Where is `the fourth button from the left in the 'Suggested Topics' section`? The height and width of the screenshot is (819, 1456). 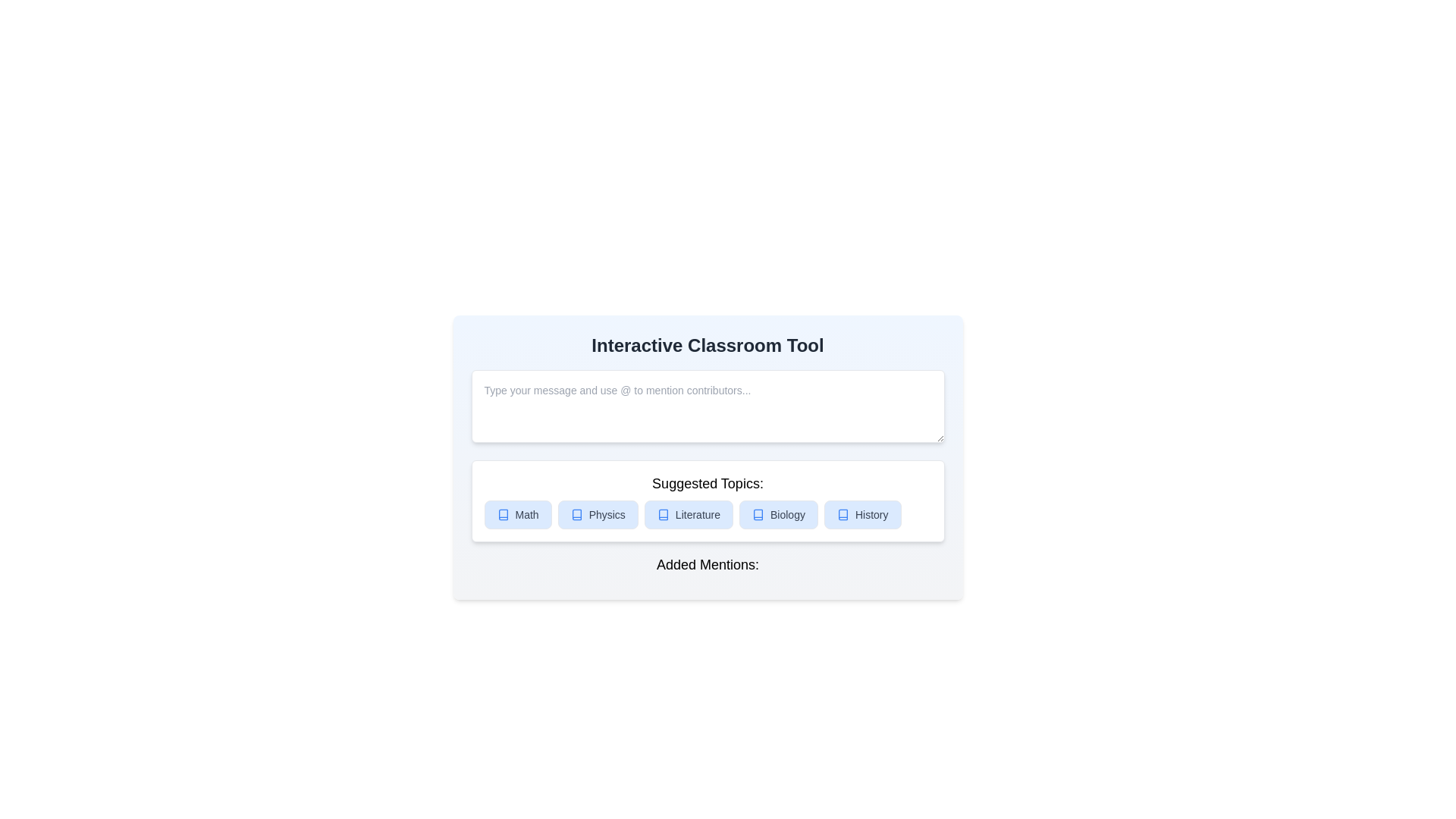 the fourth button from the left in the 'Suggested Topics' section is located at coordinates (779, 513).